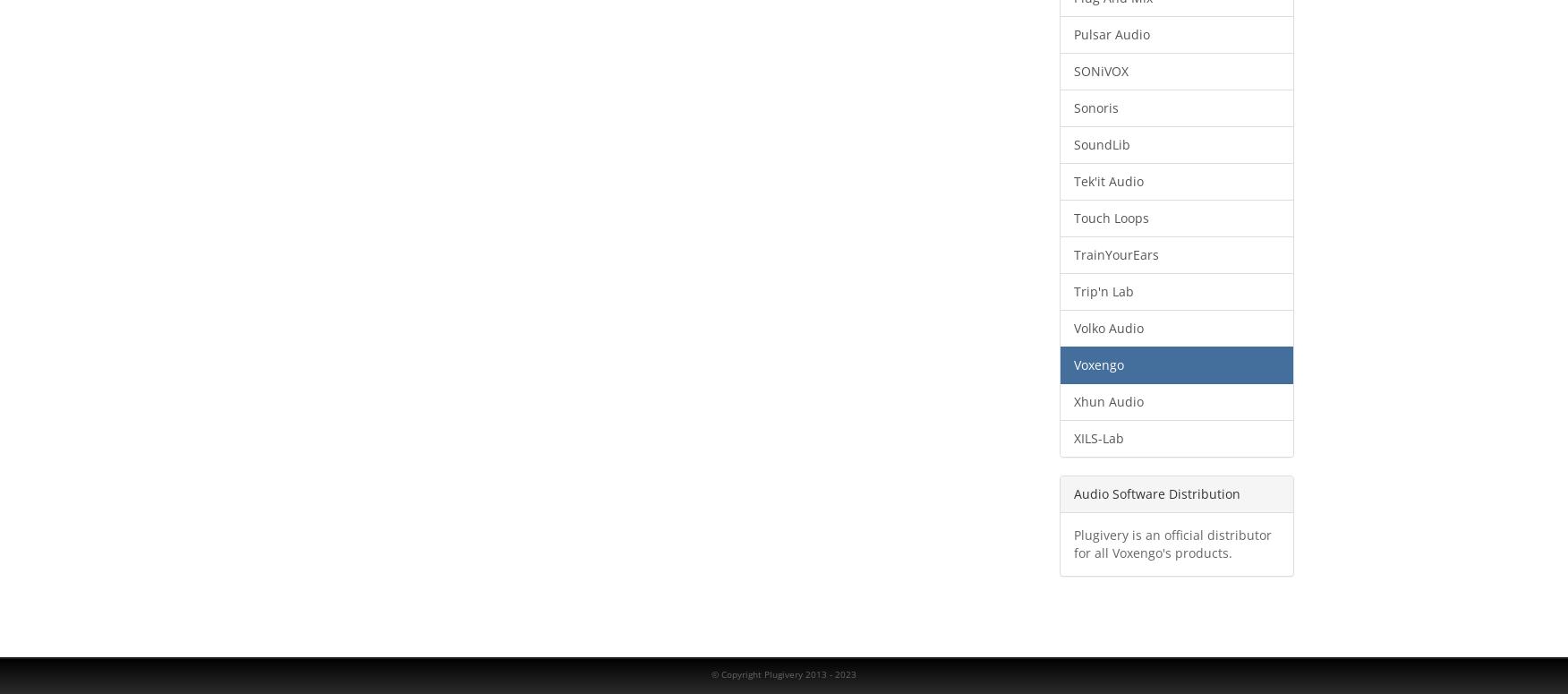  Describe the element at coordinates (1110, 217) in the screenshot. I see `'Touch Loops'` at that location.